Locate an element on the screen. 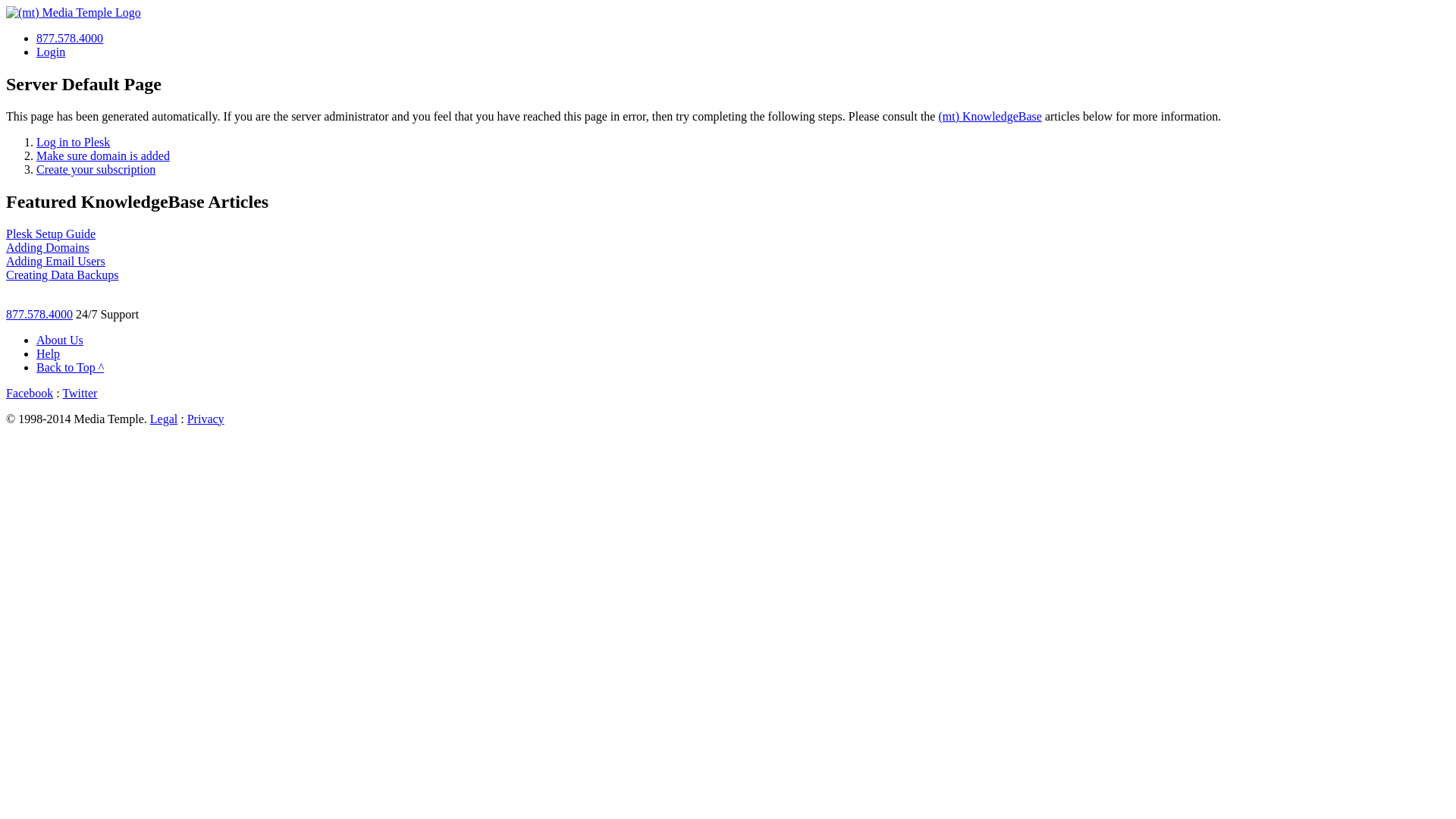 Image resolution: width=1456 pixels, height=819 pixels. 'Twitter' is located at coordinates (79, 392).